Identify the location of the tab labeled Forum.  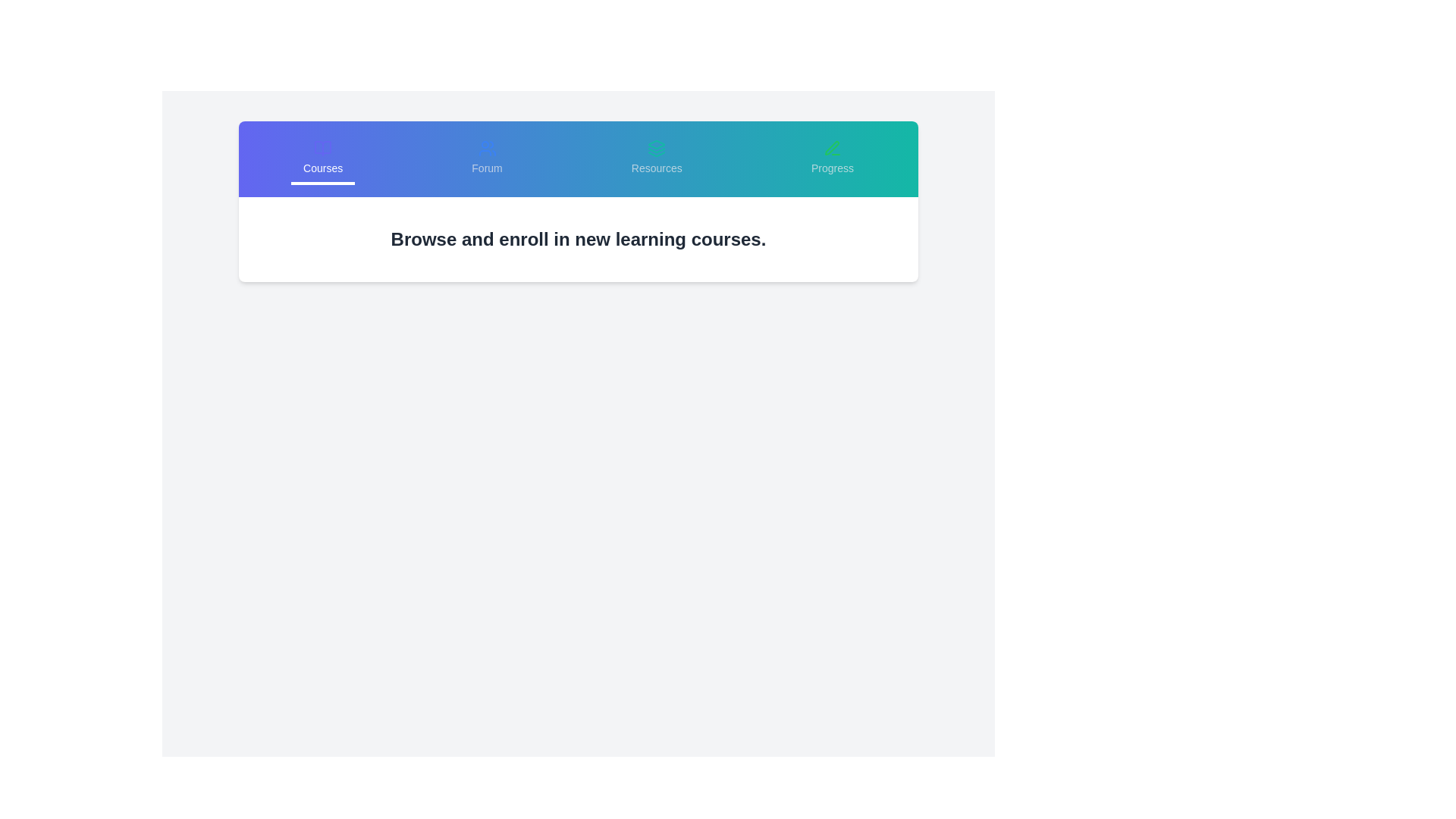
(487, 158).